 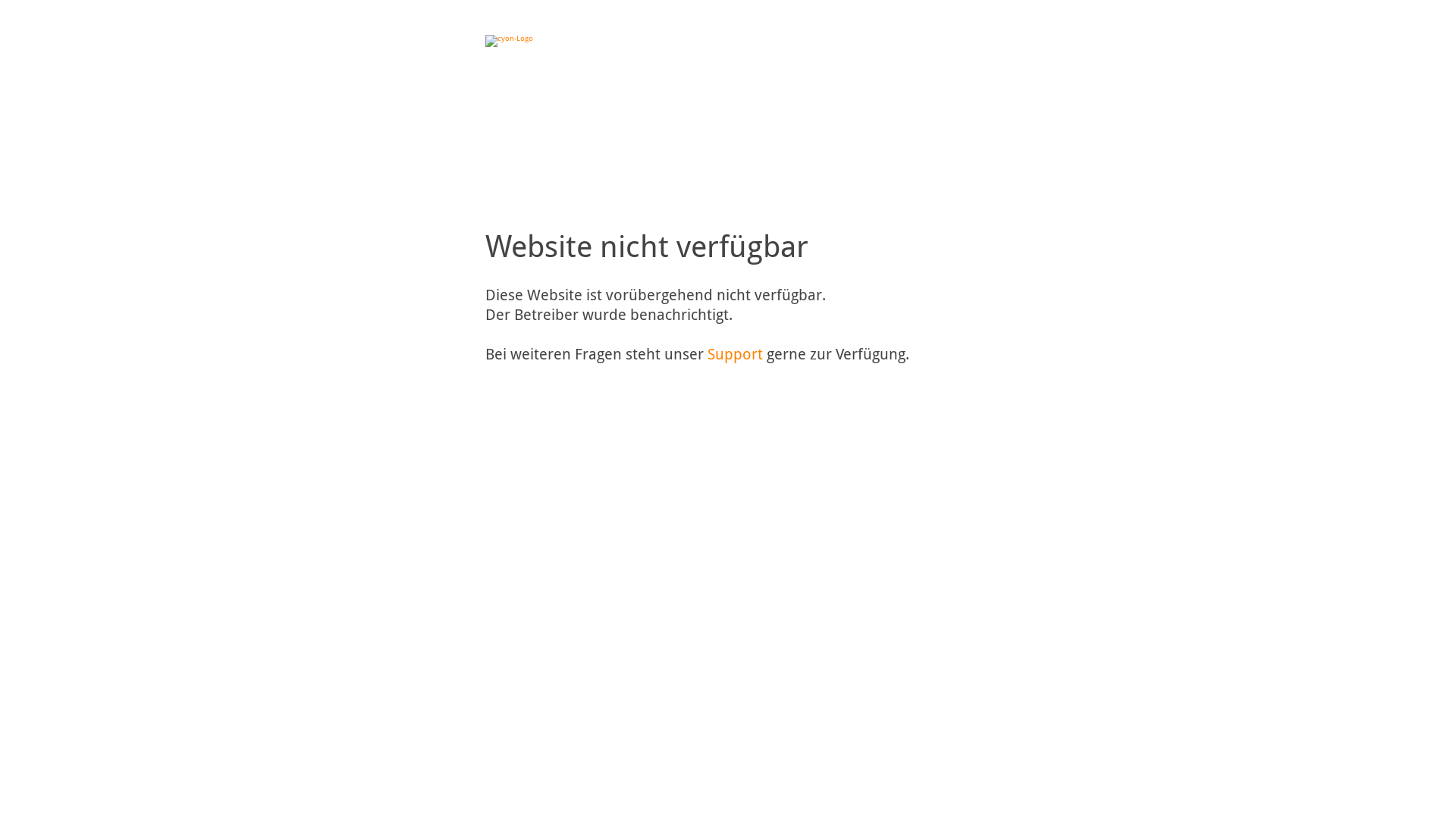 I want to click on 'Support', so click(x=735, y=353).